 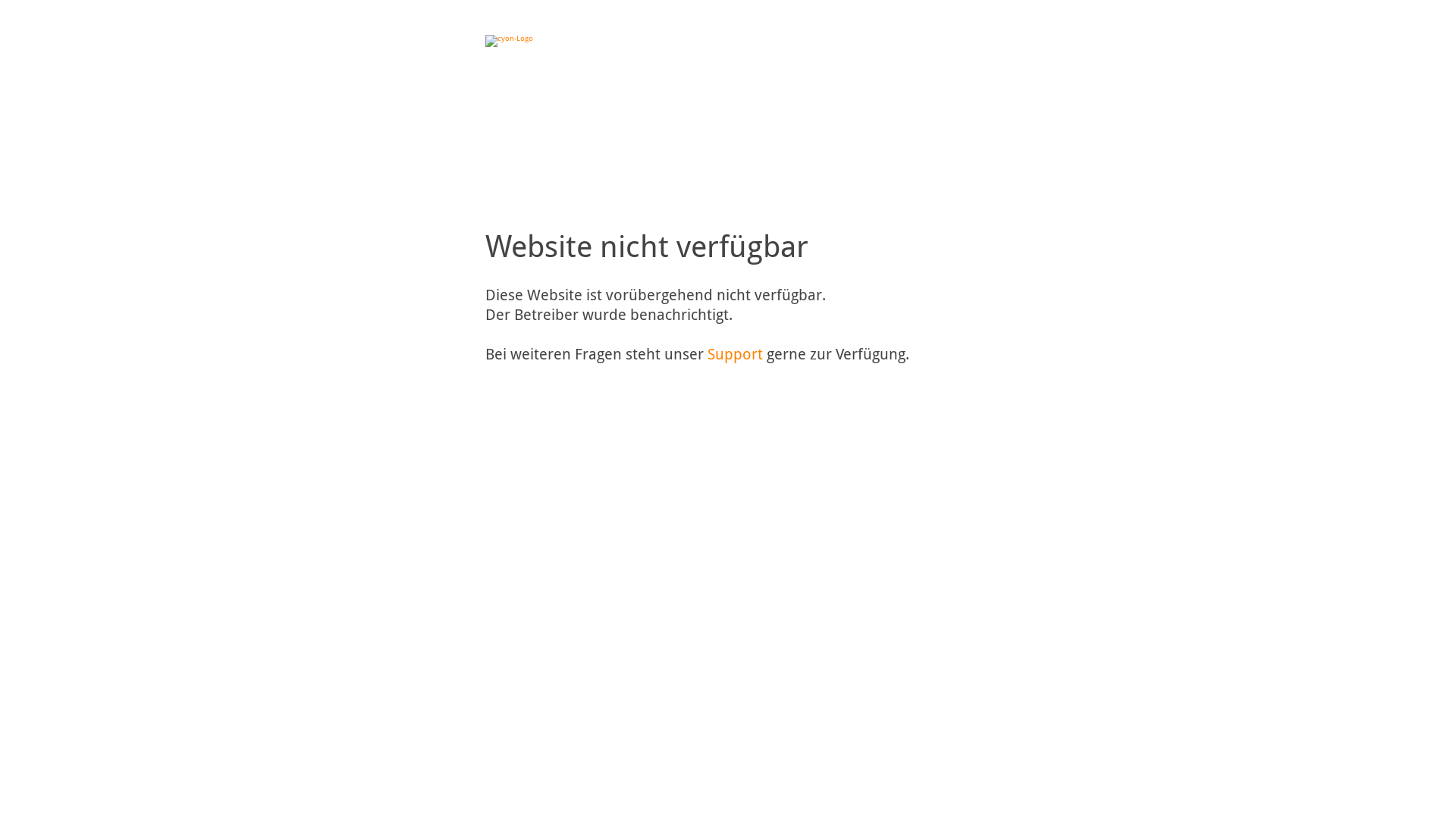 I want to click on 'Support', so click(x=735, y=353).